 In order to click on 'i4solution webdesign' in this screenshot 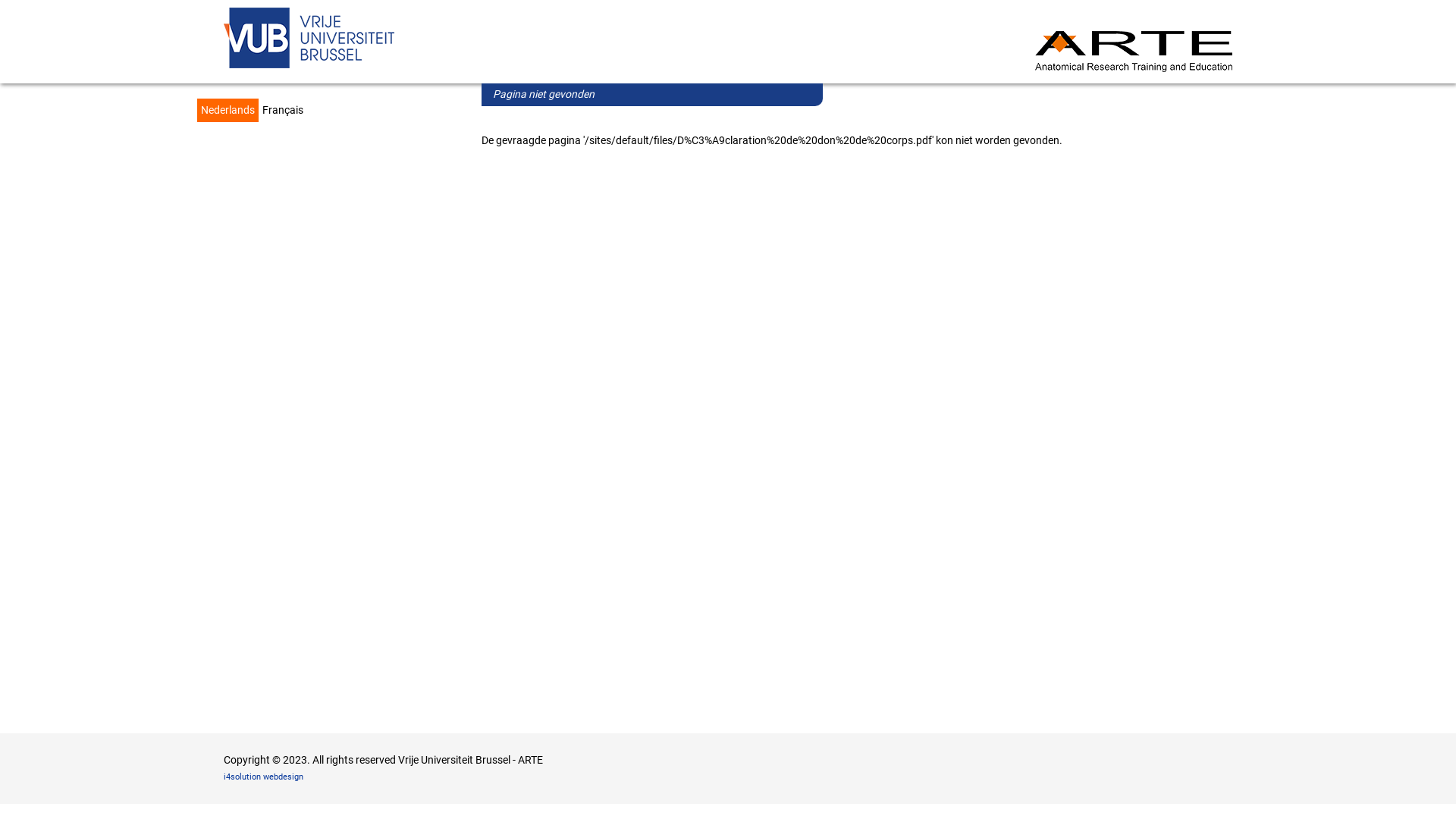, I will do `click(263, 777)`.